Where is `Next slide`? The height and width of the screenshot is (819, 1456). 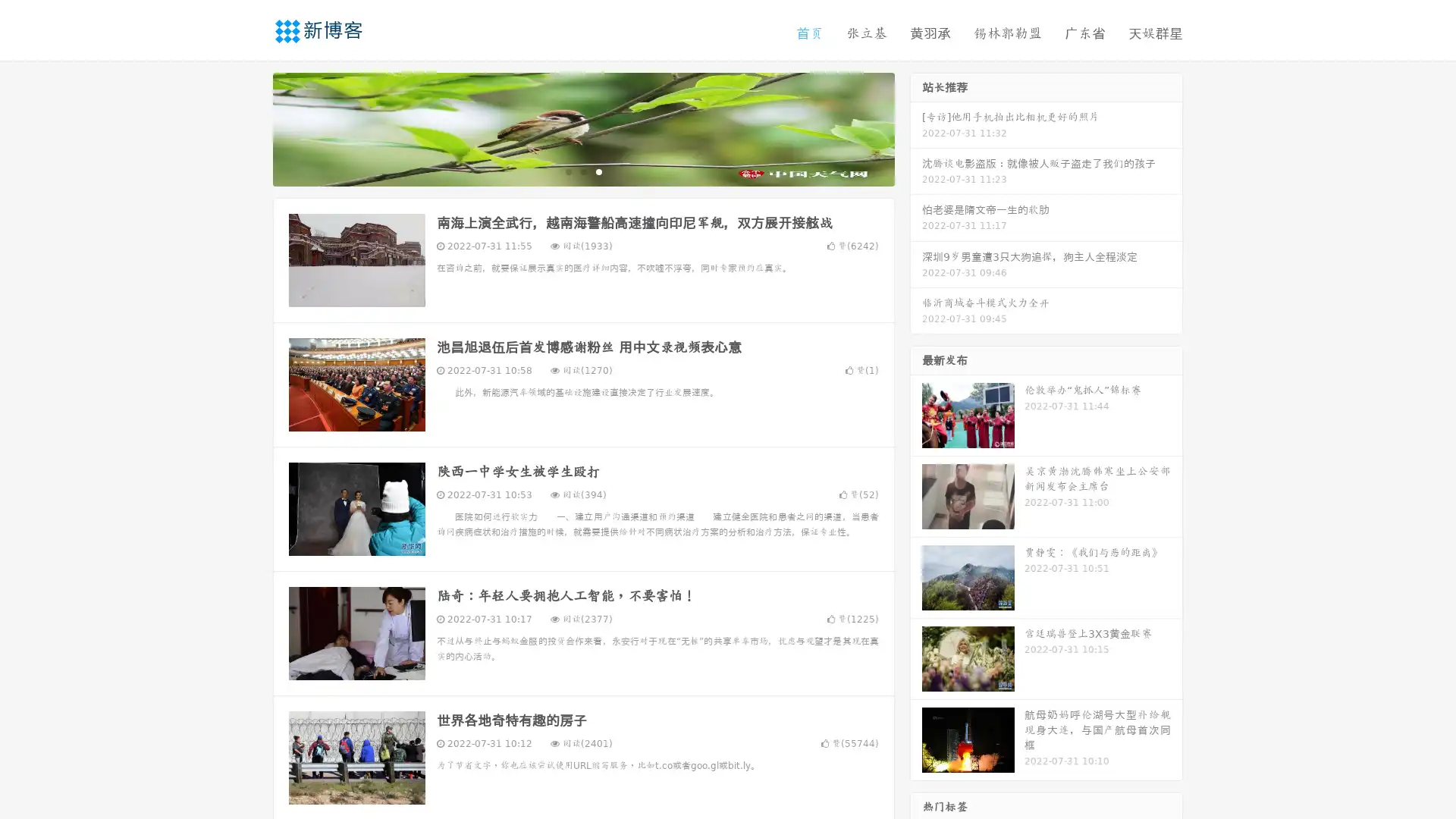 Next slide is located at coordinates (916, 127).